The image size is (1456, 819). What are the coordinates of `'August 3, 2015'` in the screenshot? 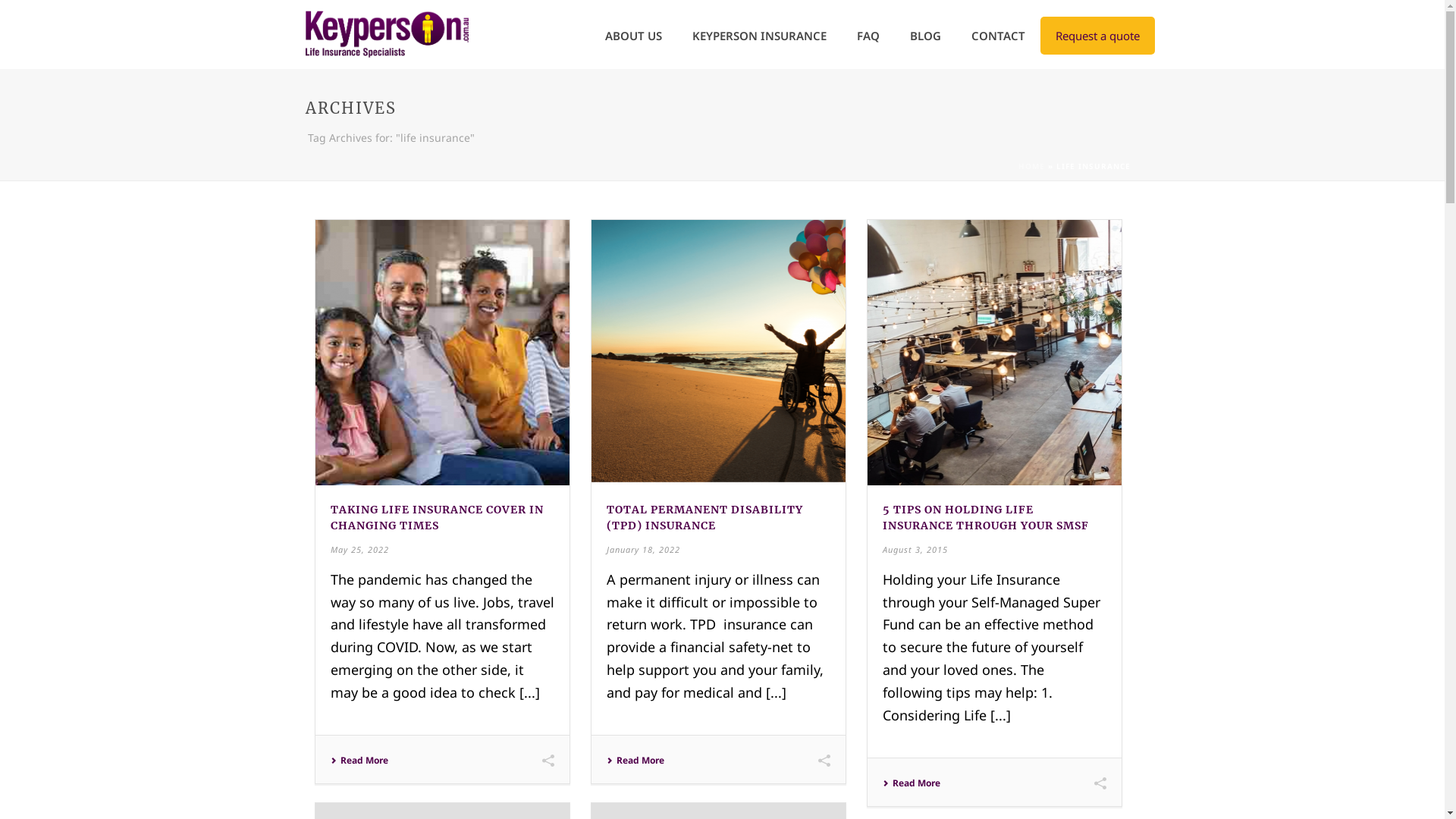 It's located at (914, 548).